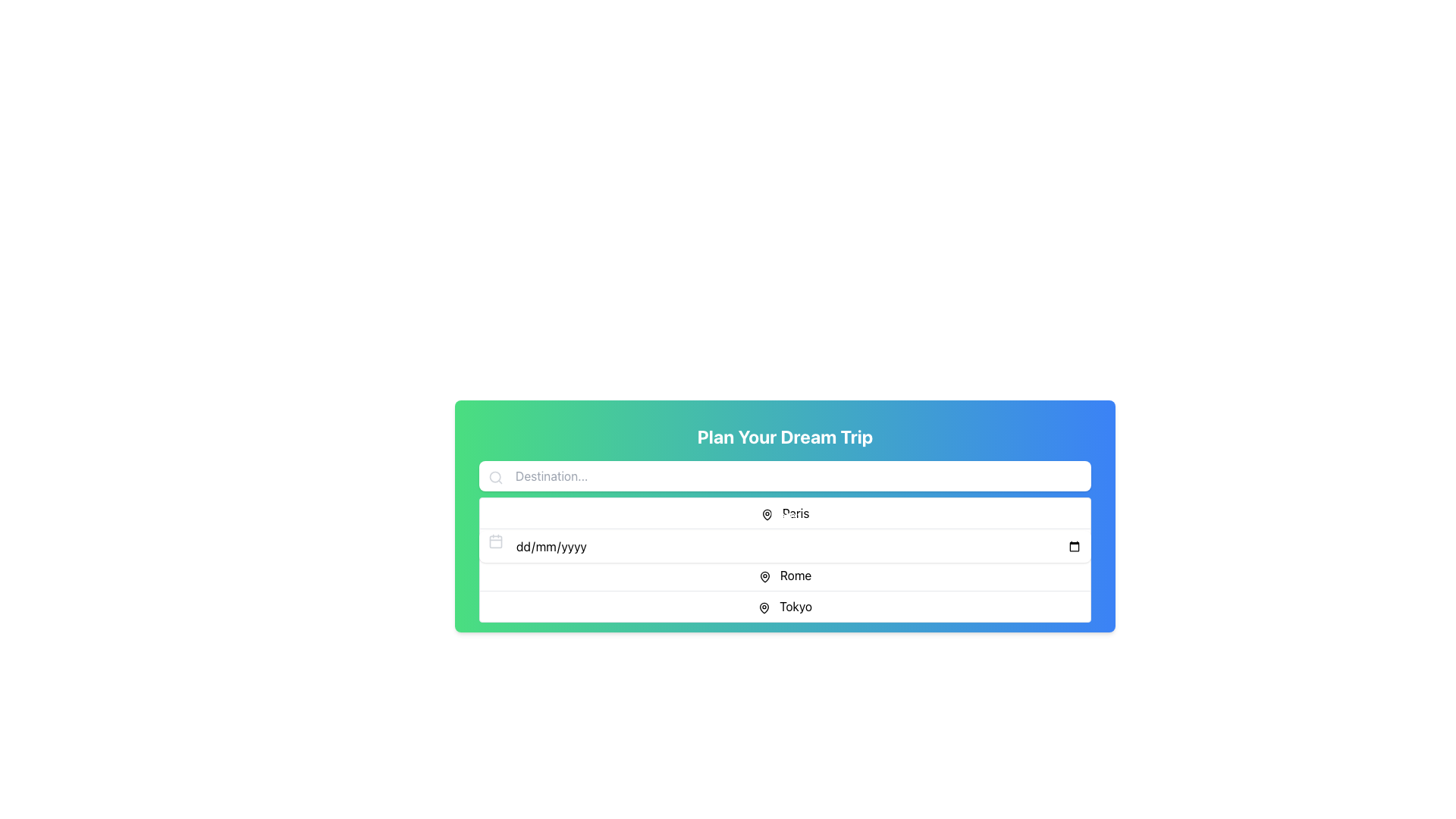 The height and width of the screenshot is (819, 1456). I want to click on the location pin icon in the destination picker field, which is located to the left of the text 'Paris', so click(767, 513).